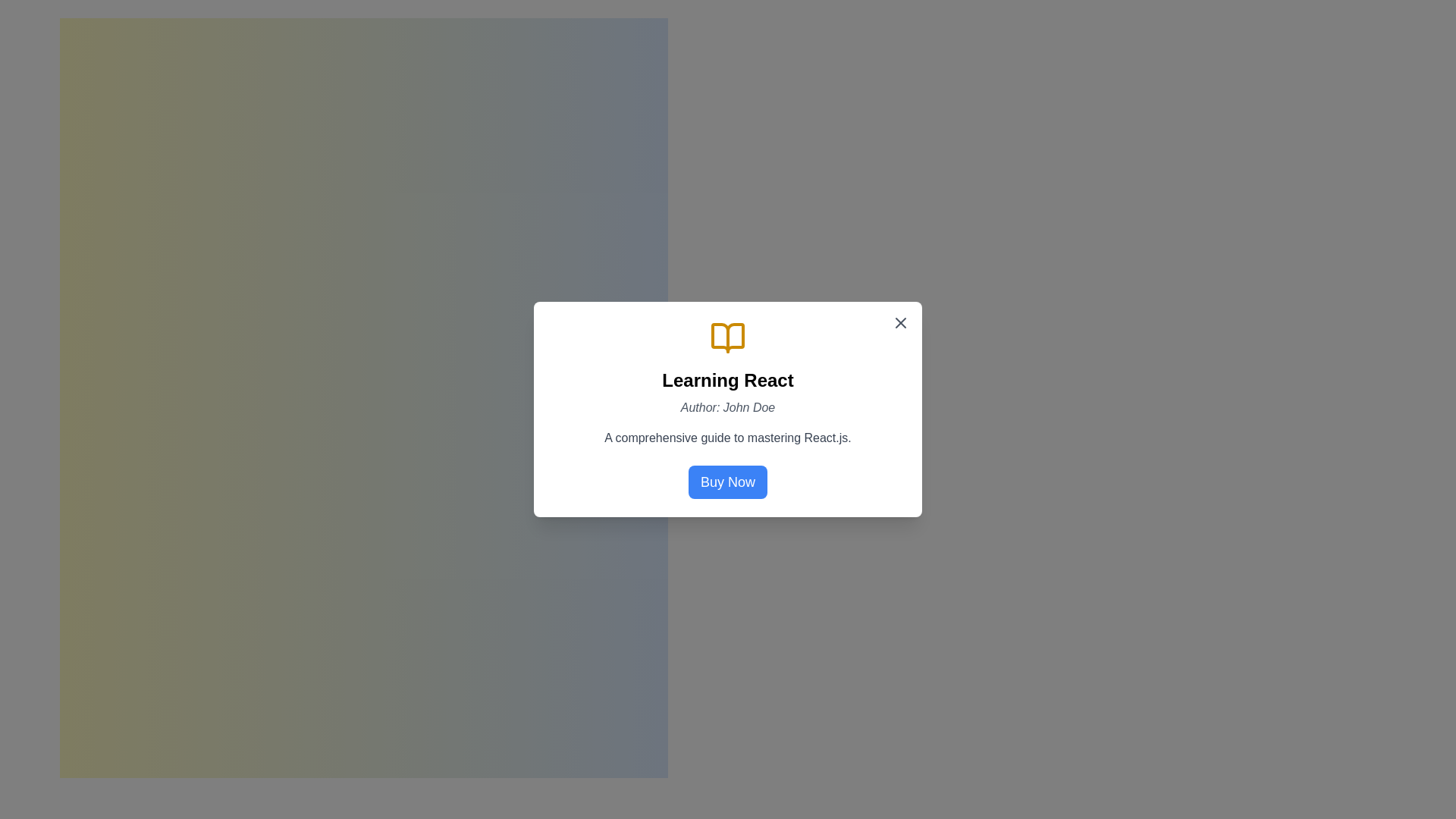 The width and height of the screenshot is (1456, 819). What do you see at coordinates (728, 337) in the screenshot?
I see `the decorative book icon located at the top-center of the white dialog box on the webpage` at bounding box center [728, 337].